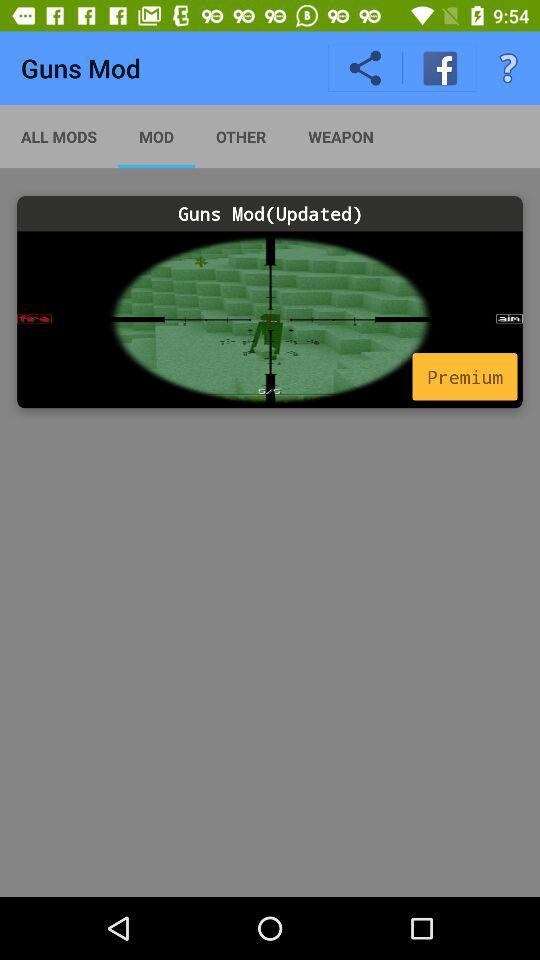 This screenshot has height=960, width=540. Describe the element at coordinates (340, 135) in the screenshot. I see `item next to other icon` at that location.